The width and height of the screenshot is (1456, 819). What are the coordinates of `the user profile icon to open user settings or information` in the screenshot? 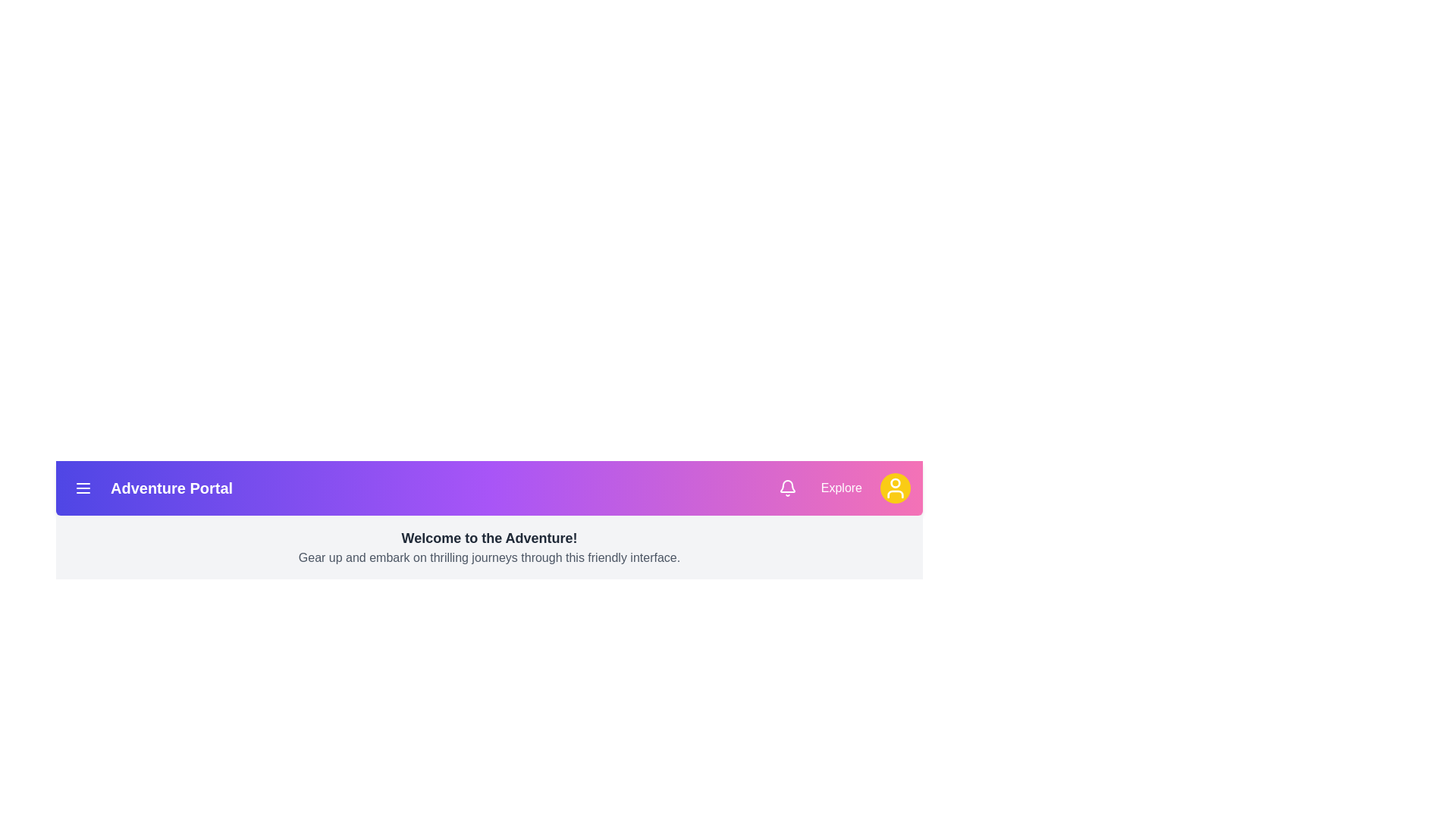 It's located at (895, 488).